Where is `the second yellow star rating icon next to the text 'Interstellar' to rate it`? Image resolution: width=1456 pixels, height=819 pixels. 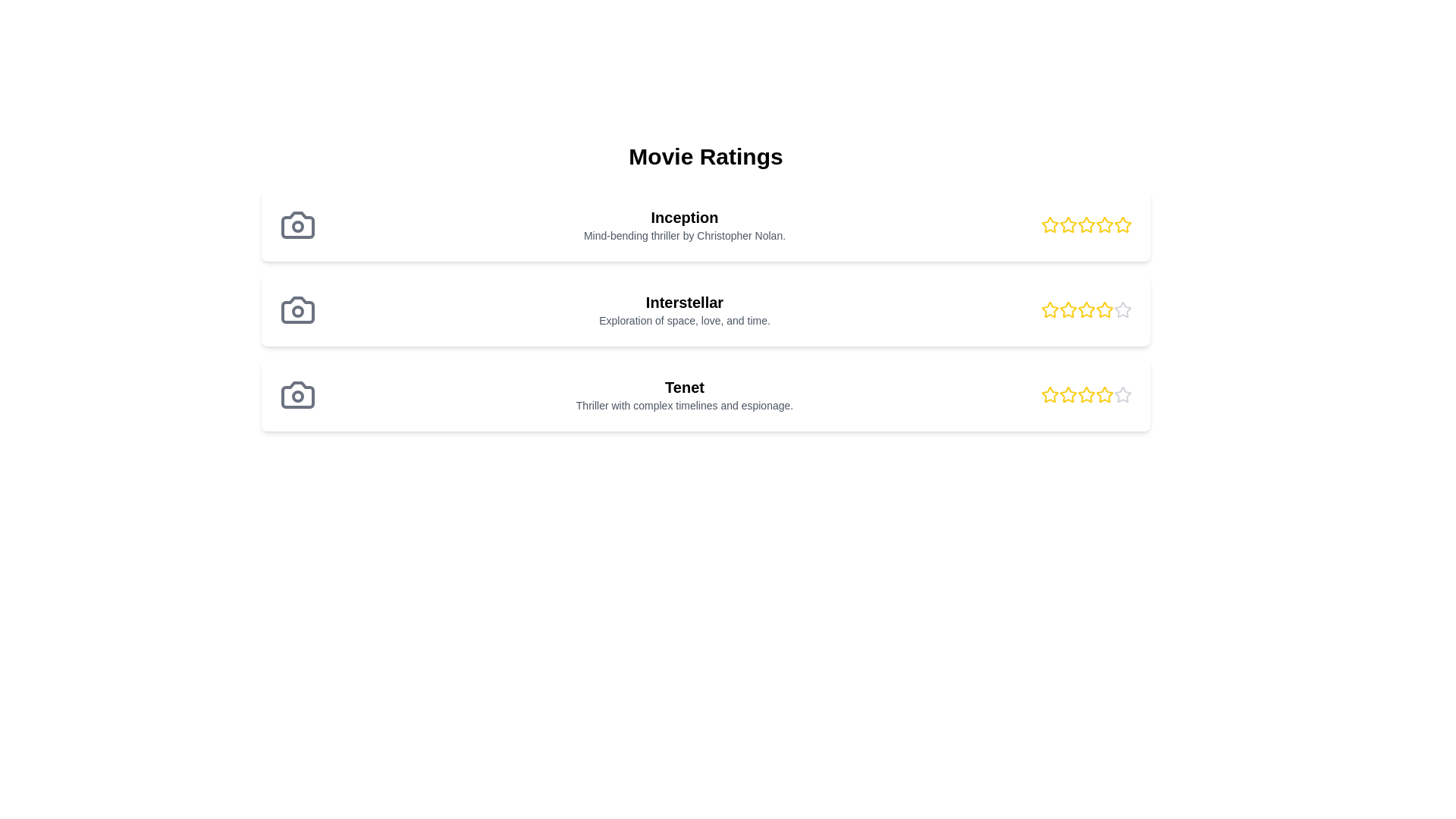 the second yellow star rating icon next to the text 'Interstellar' to rate it is located at coordinates (1048, 309).